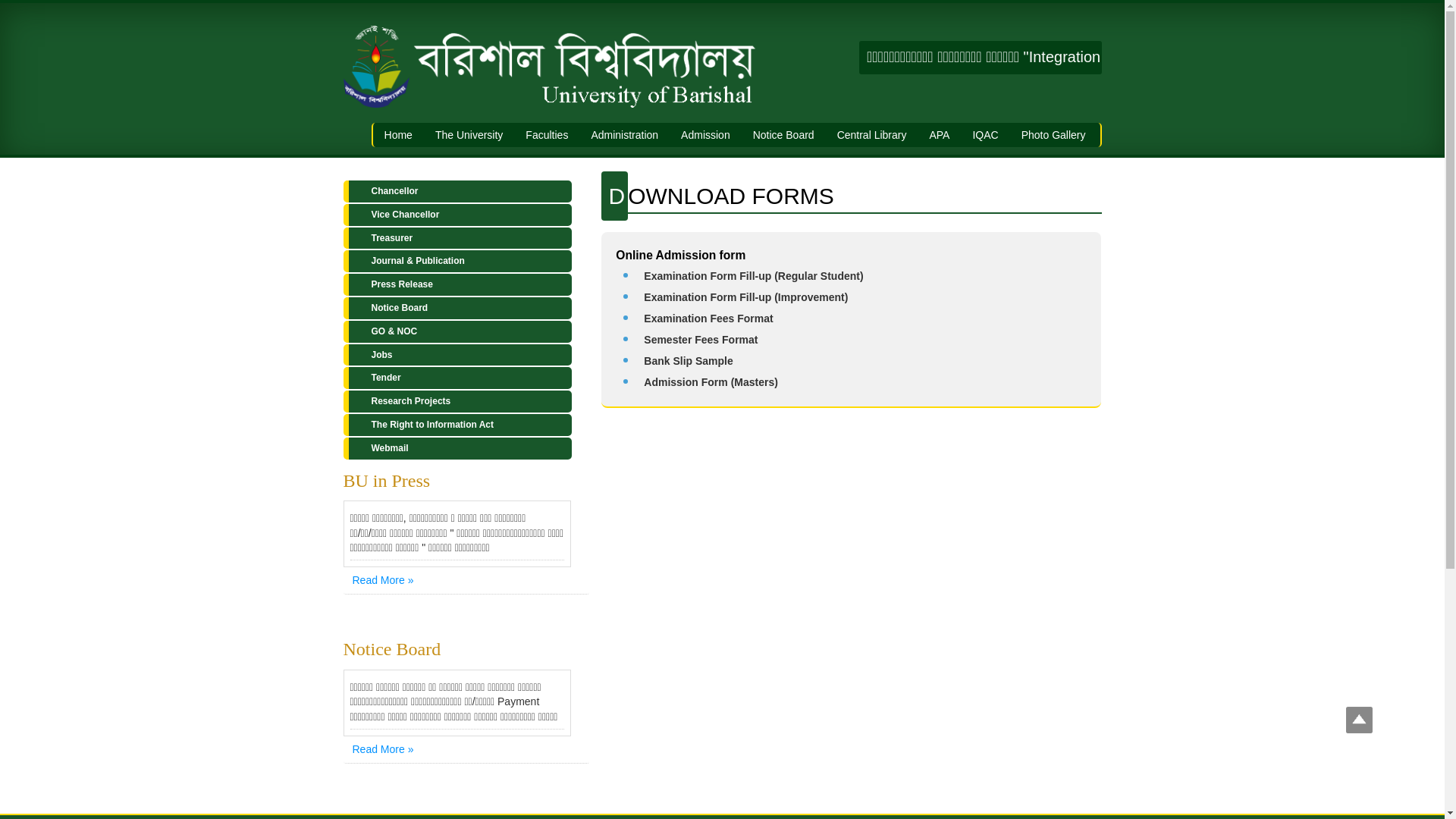  Describe the element at coordinates (825, 133) in the screenshot. I see `'Central Library'` at that location.